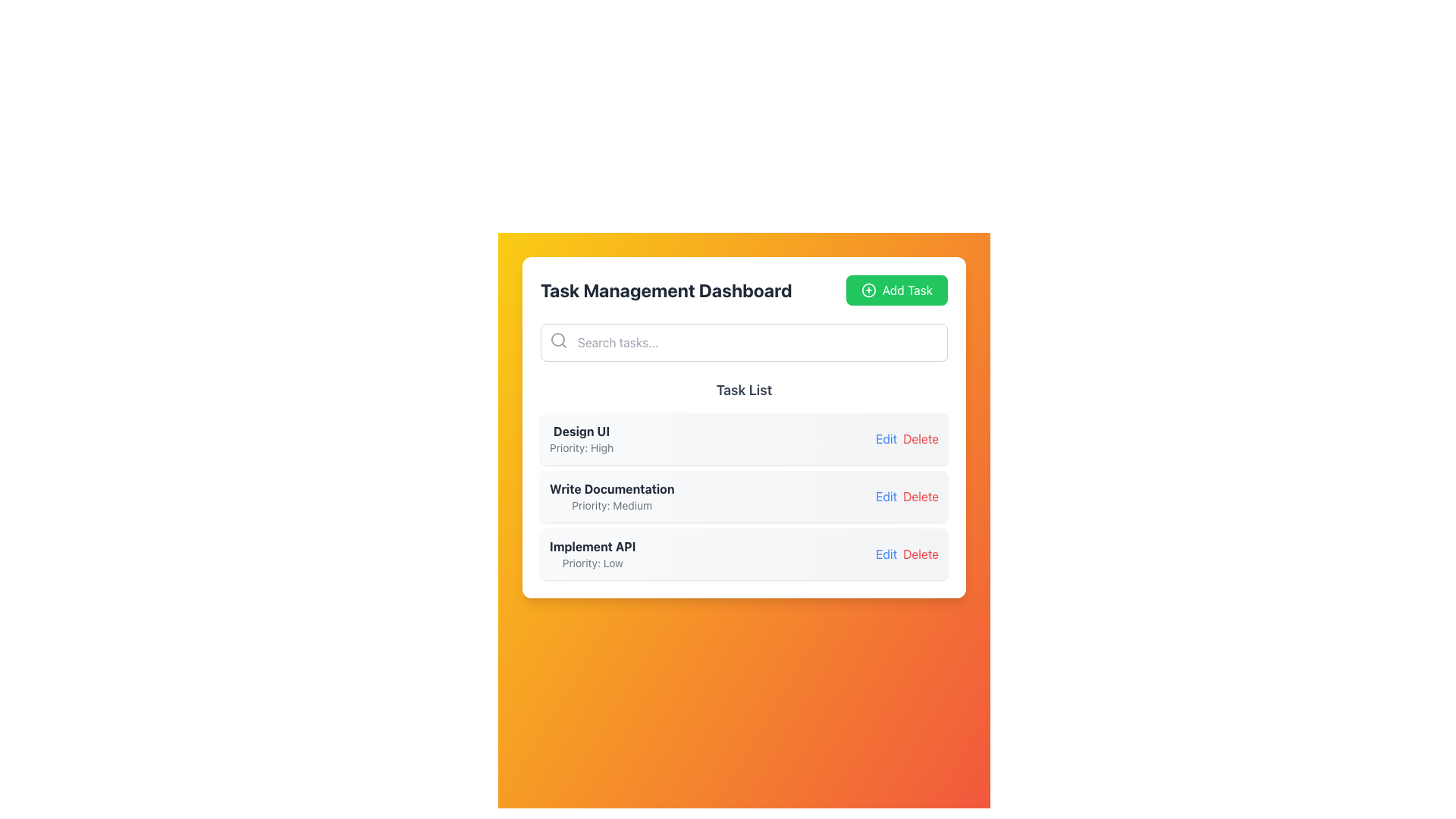 The height and width of the screenshot is (819, 1456). Describe the element at coordinates (591, 563) in the screenshot. I see `the text label indicating the priority level of a specific task, which specifies that the priority is low, located at the bottom of the 'Implement API' section` at that location.